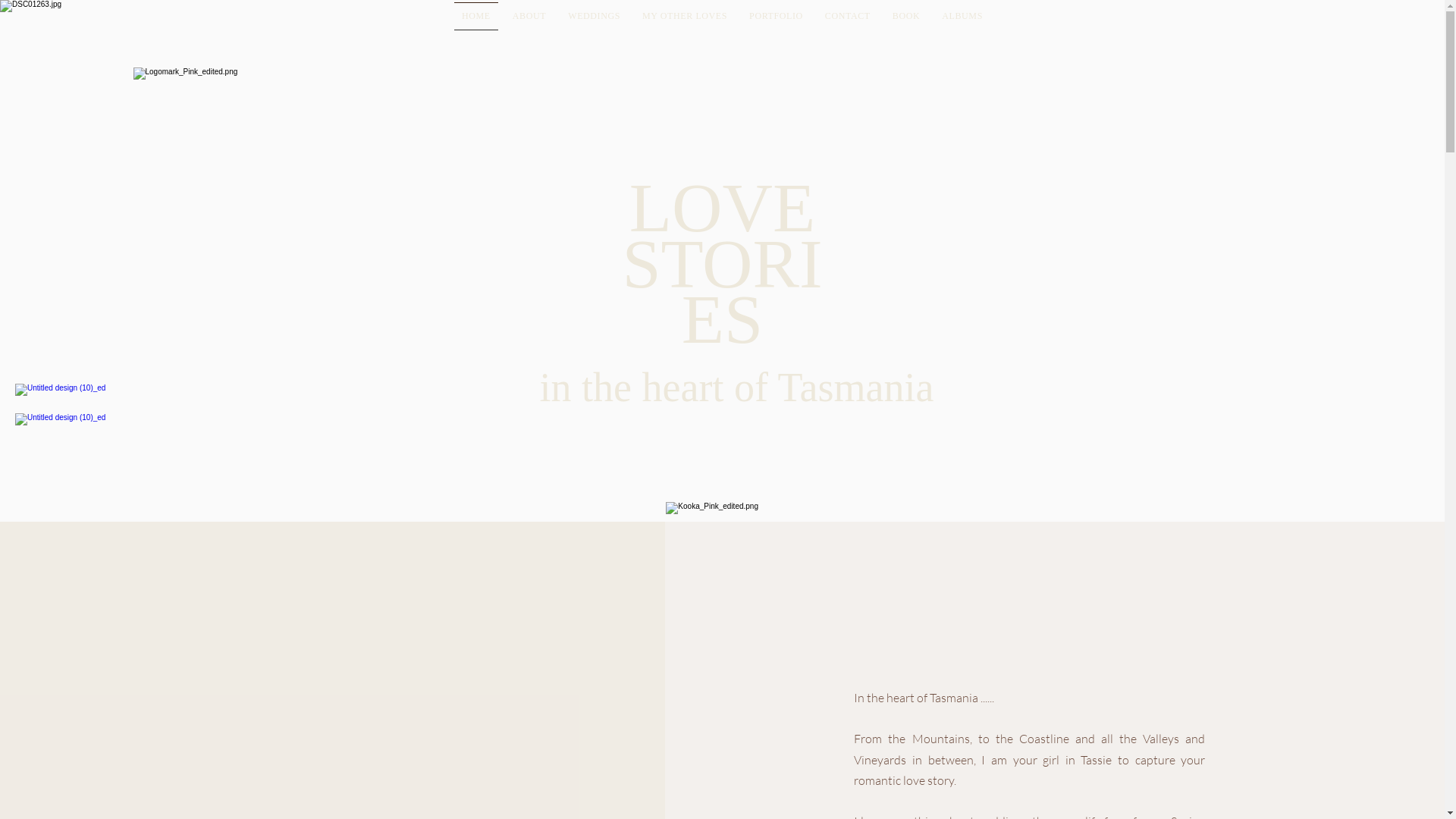  What do you see at coordinates (884, 16) in the screenshot?
I see `'BOOK'` at bounding box center [884, 16].